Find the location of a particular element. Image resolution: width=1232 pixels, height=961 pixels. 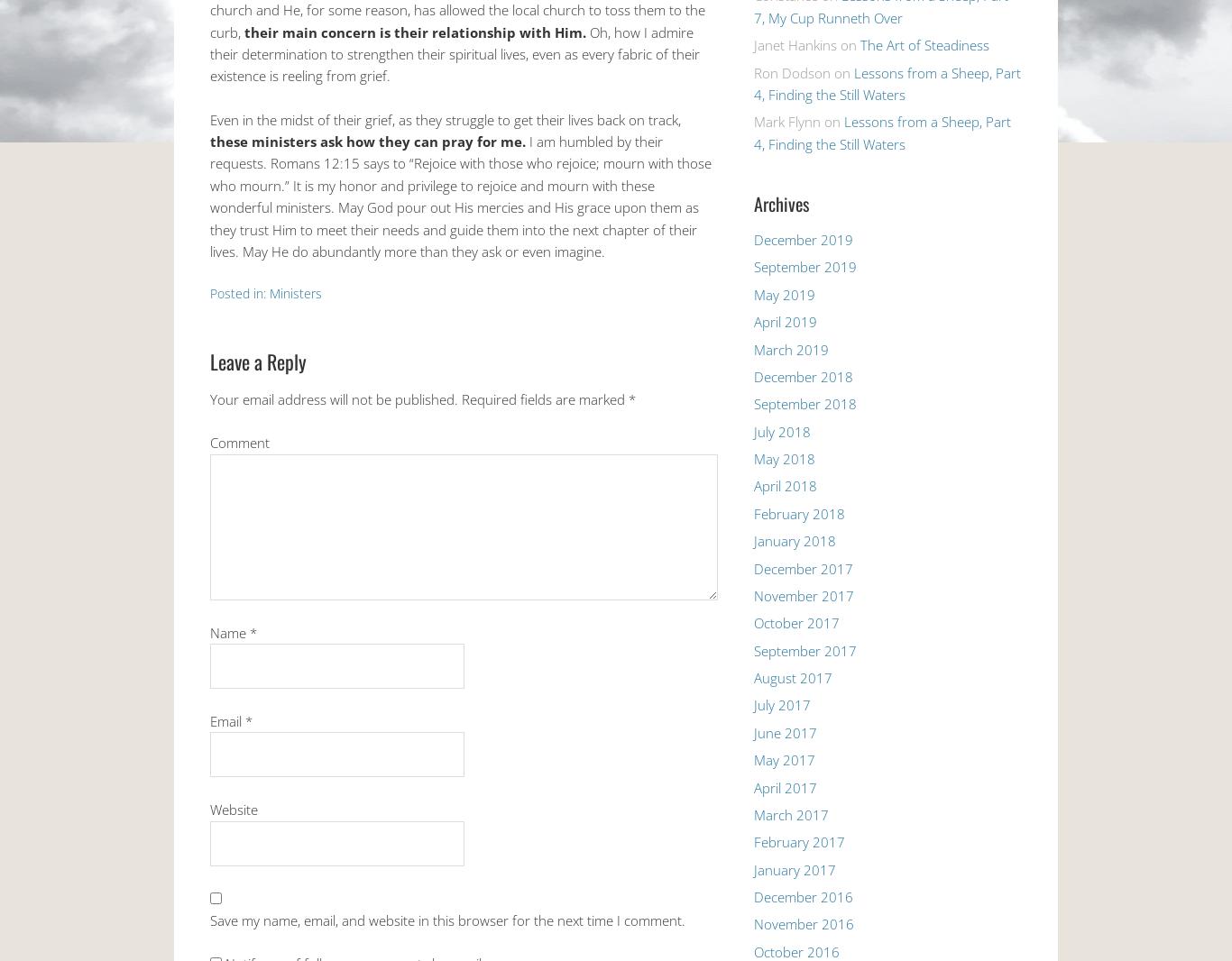

'Your email address will not be published.' is located at coordinates (210, 398).